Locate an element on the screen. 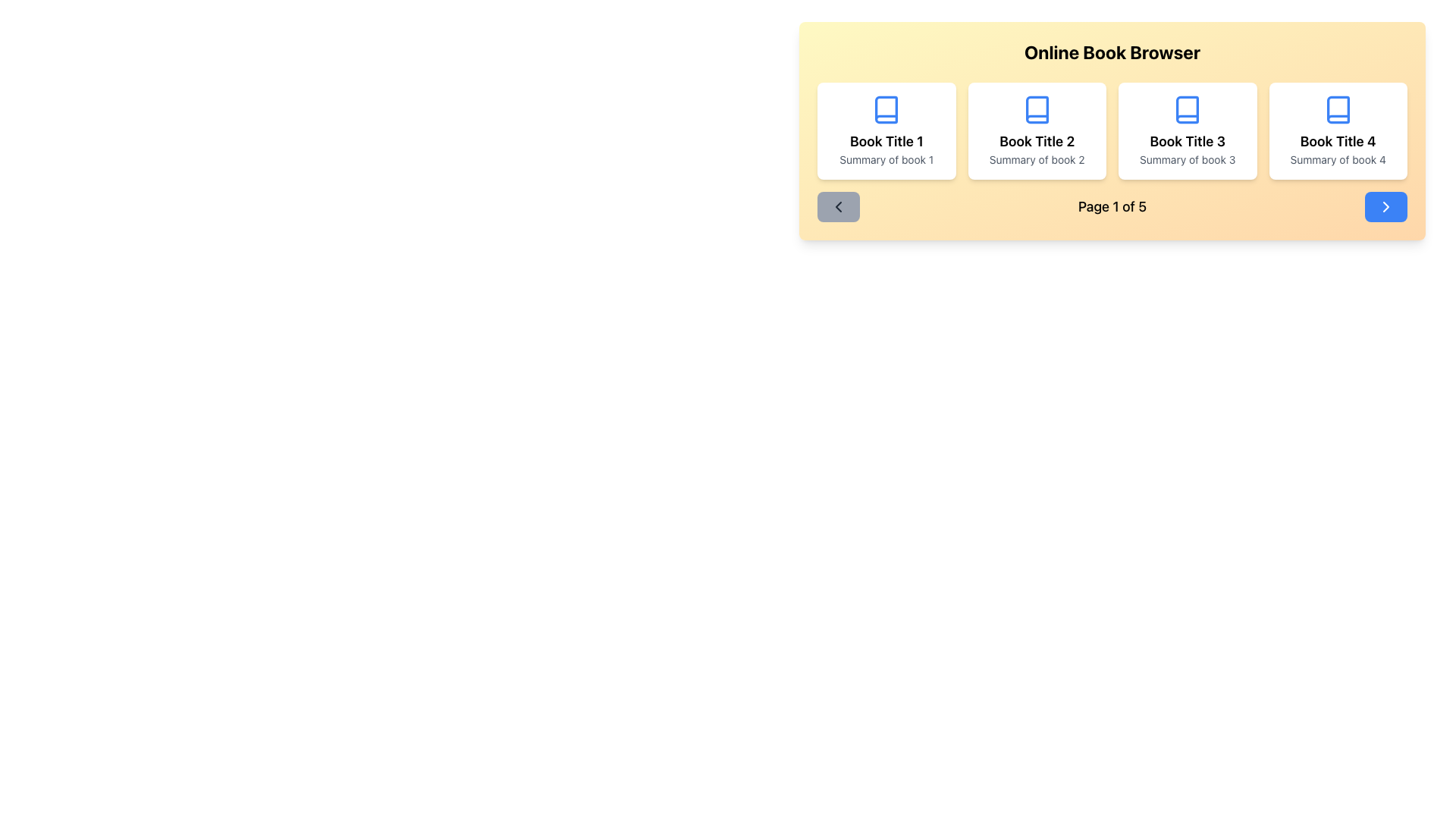  the icon representing the second book is located at coordinates (1036, 109).